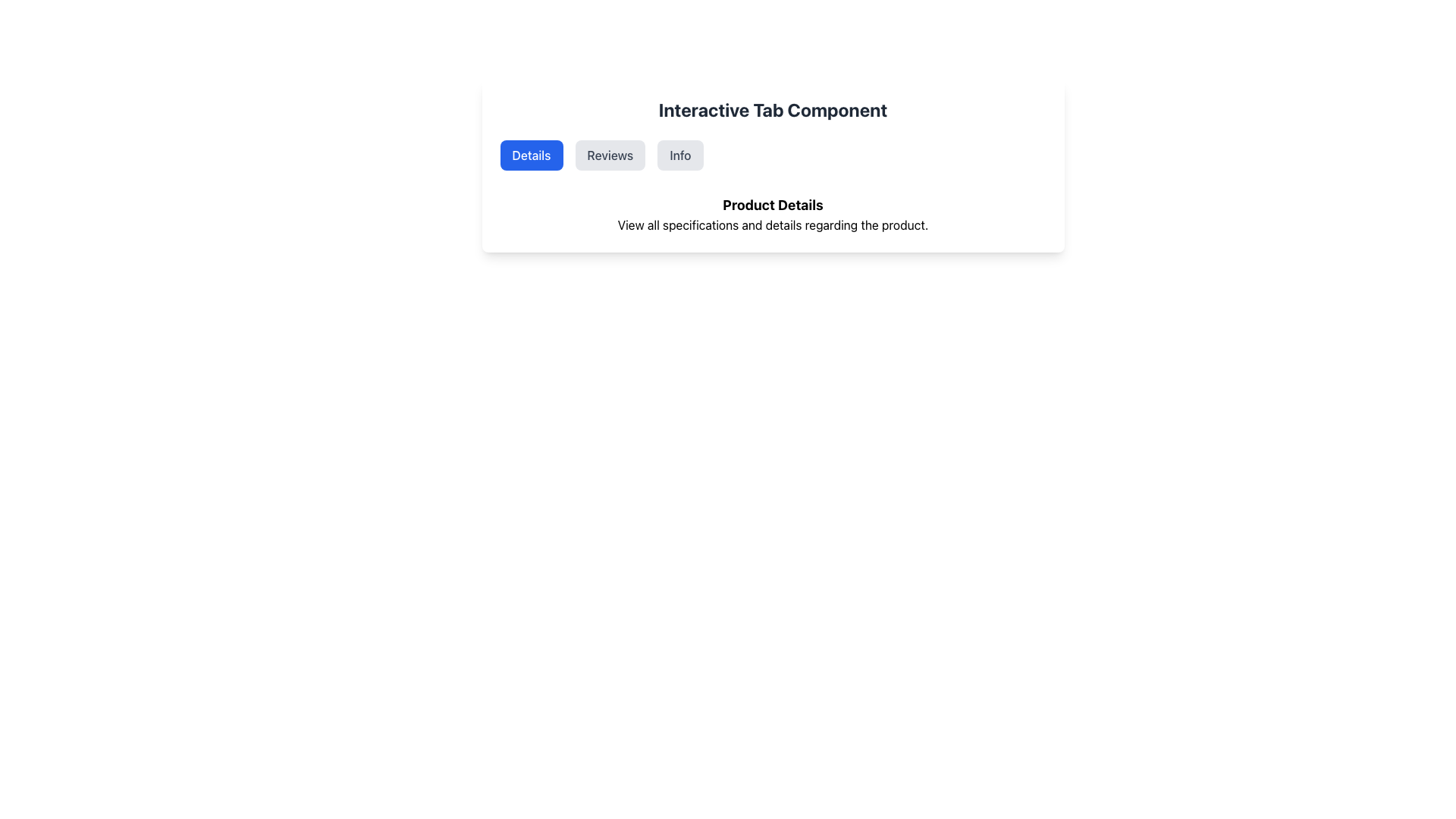 The image size is (1456, 819). What do you see at coordinates (531, 155) in the screenshot?
I see `the 'Details' button` at bounding box center [531, 155].